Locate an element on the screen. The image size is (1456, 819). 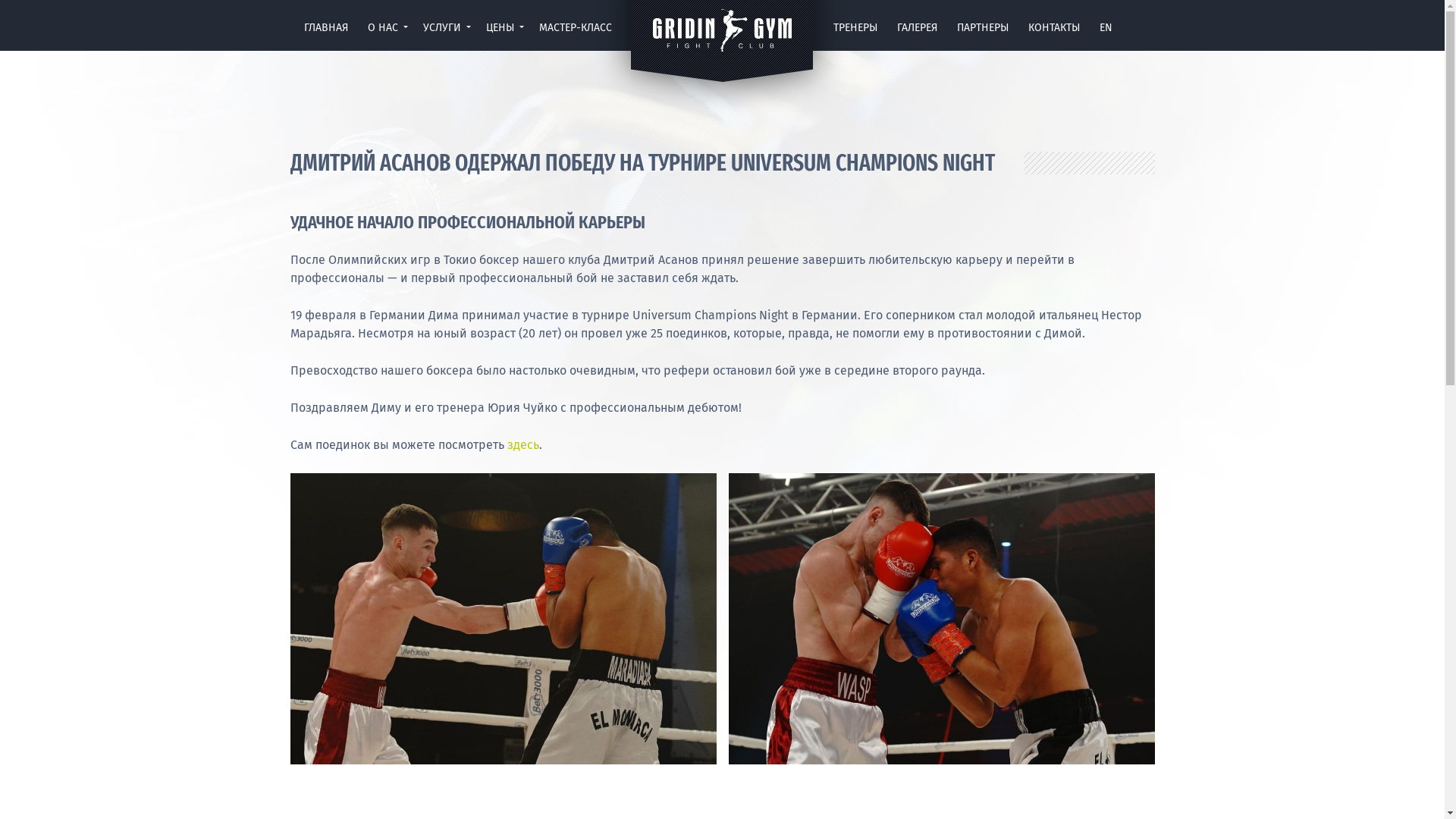
'EN' is located at coordinates (1106, 31).